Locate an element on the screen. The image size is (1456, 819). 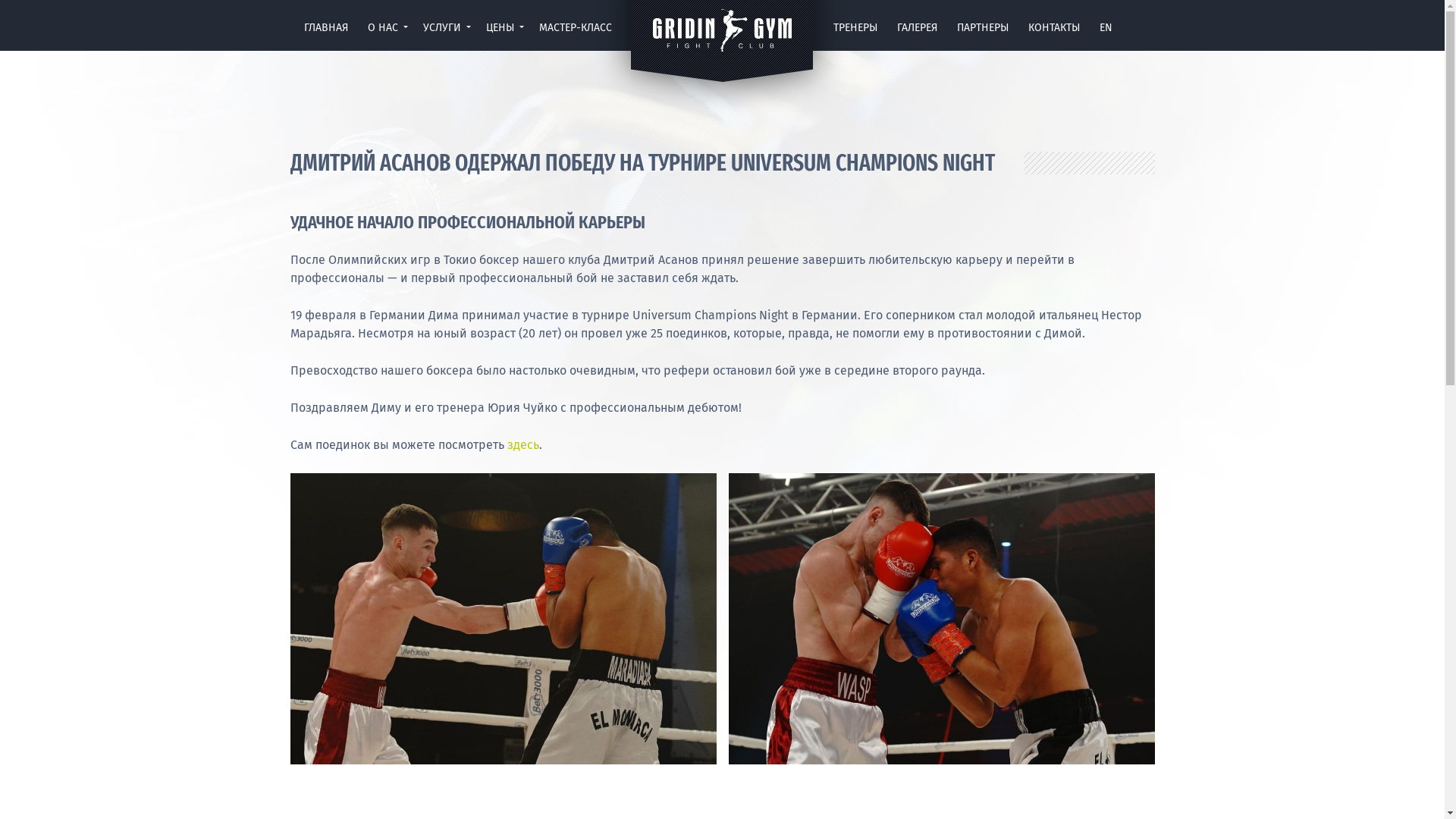
'EN' is located at coordinates (1106, 31).